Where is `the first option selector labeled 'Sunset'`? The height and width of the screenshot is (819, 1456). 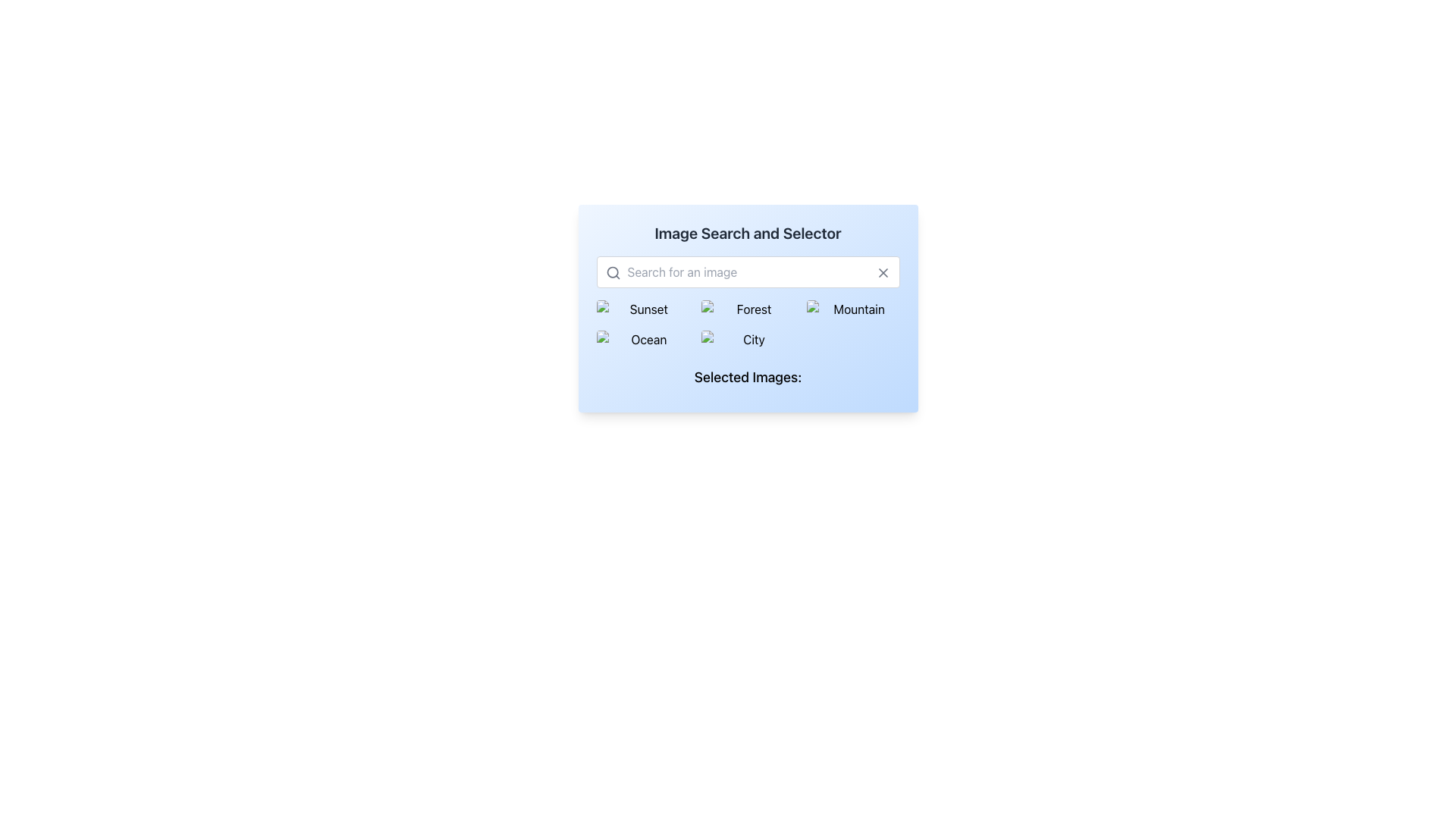
the first option selector labeled 'Sunset' is located at coordinates (642, 309).